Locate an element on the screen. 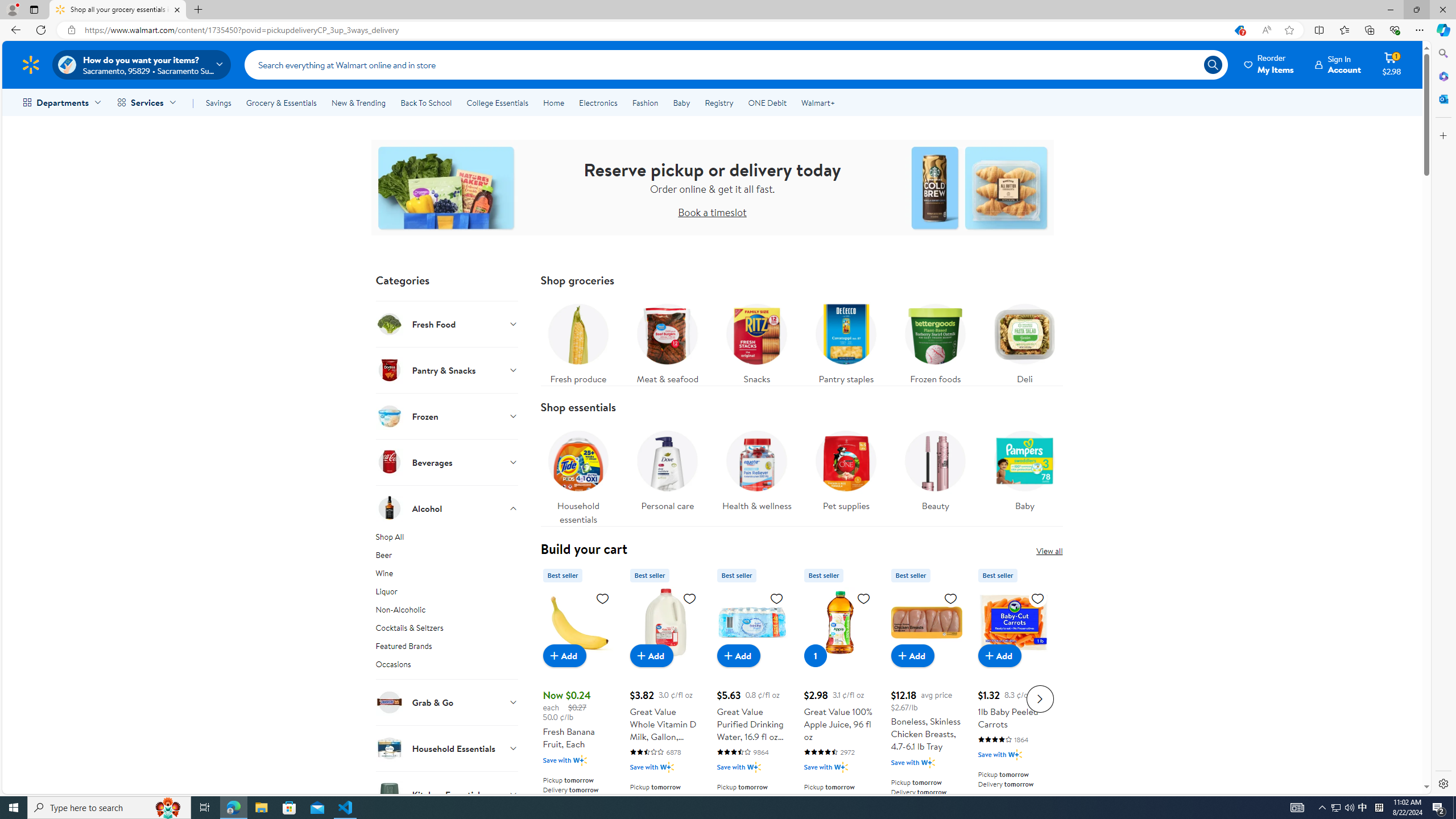 Image resolution: width=1456 pixels, height=819 pixels. 'Sign in to add to Favorites list, 1lb Baby Peeled Carrots' is located at coordinates (1037, 597).